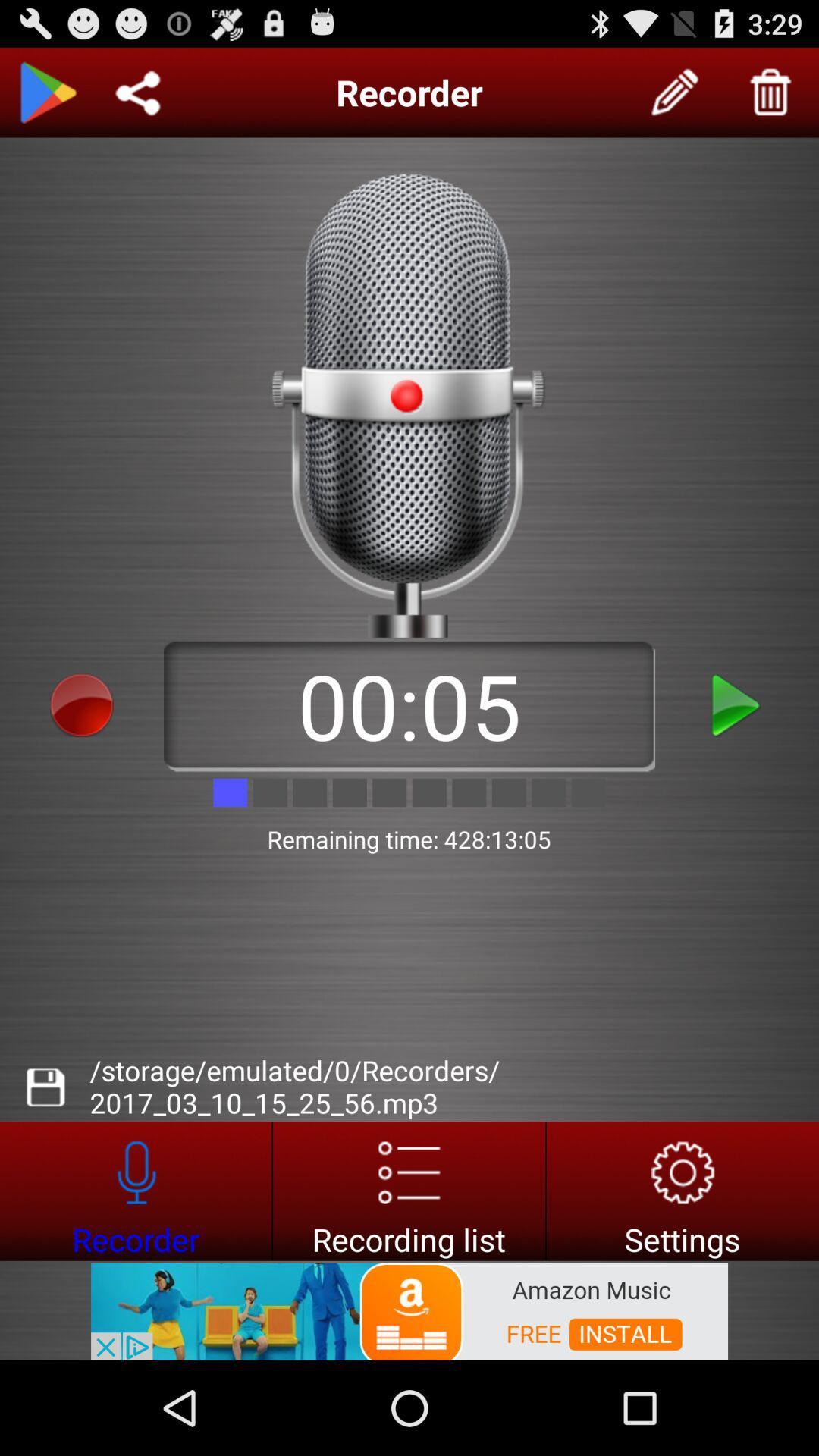 The image size is (819, 1456). Describe the element at coordinates (82, 704) in the screenshot. I see `record audio` at that location.